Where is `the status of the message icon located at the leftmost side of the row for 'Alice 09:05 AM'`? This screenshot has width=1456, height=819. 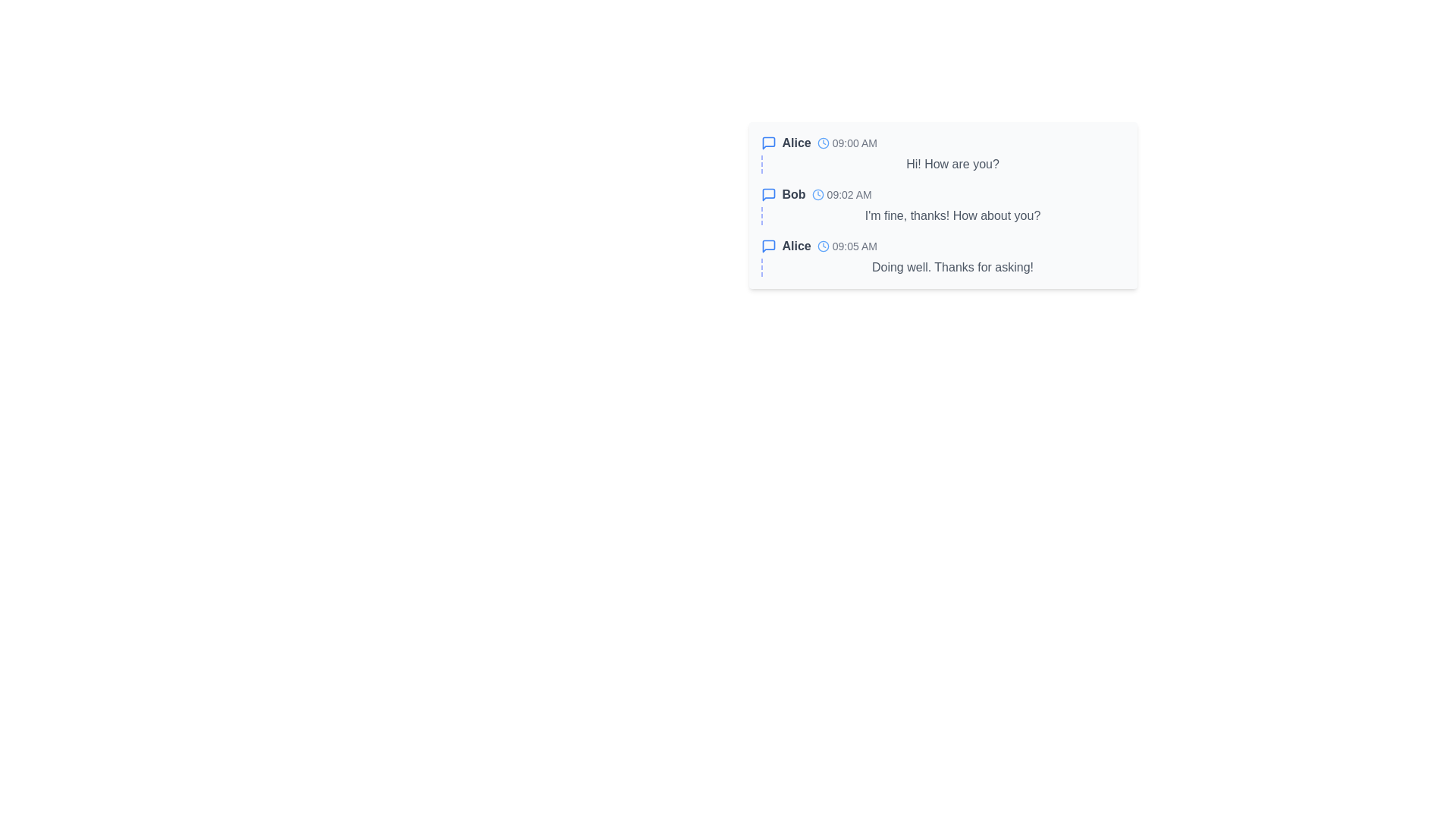
the status of the message icon located at the leftmost side of the row for 'Alice 09:05 AM' is located at coordinates (768, 245).